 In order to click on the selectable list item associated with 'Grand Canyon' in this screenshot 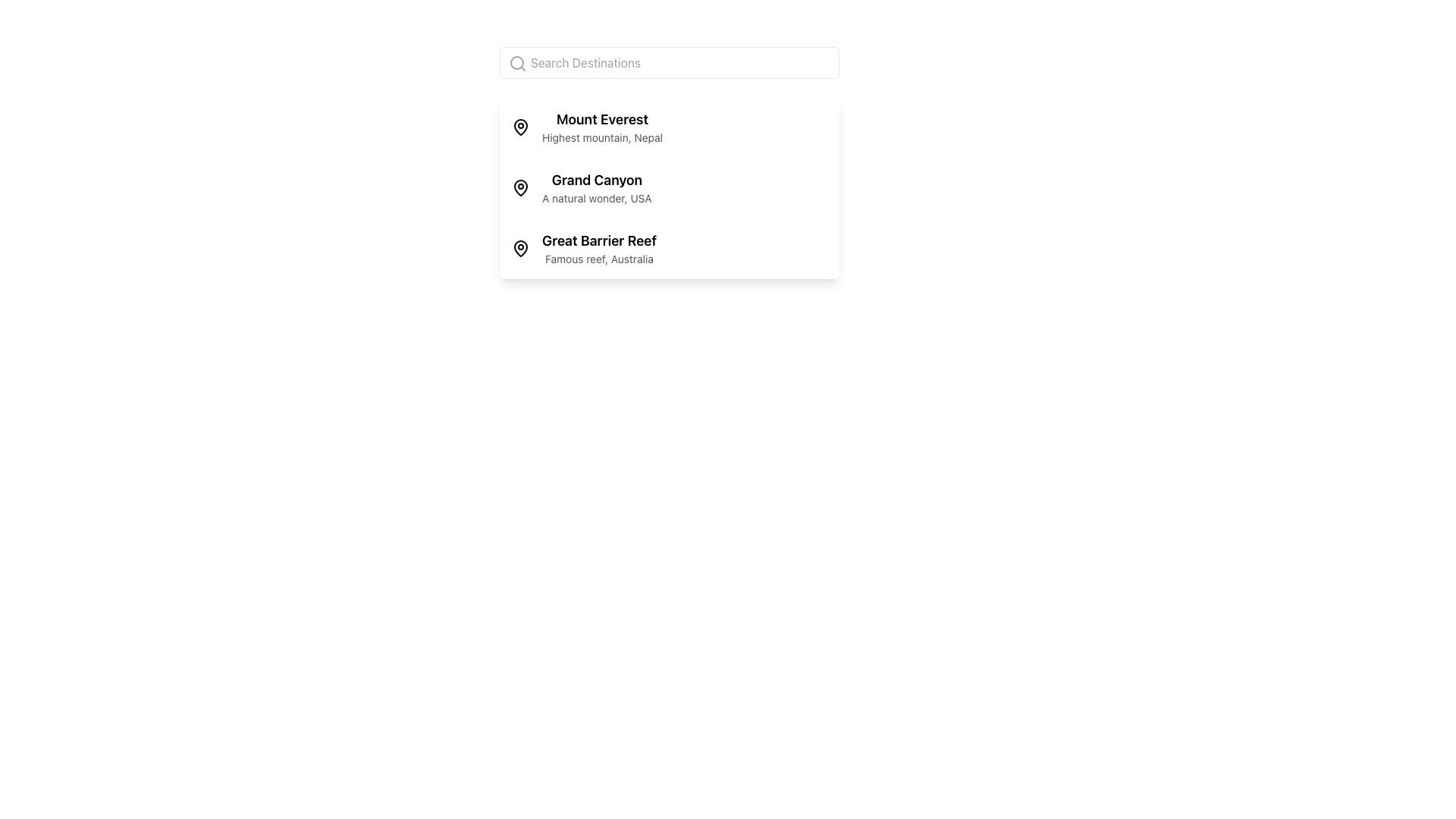, I will do `click(669, 187)`.